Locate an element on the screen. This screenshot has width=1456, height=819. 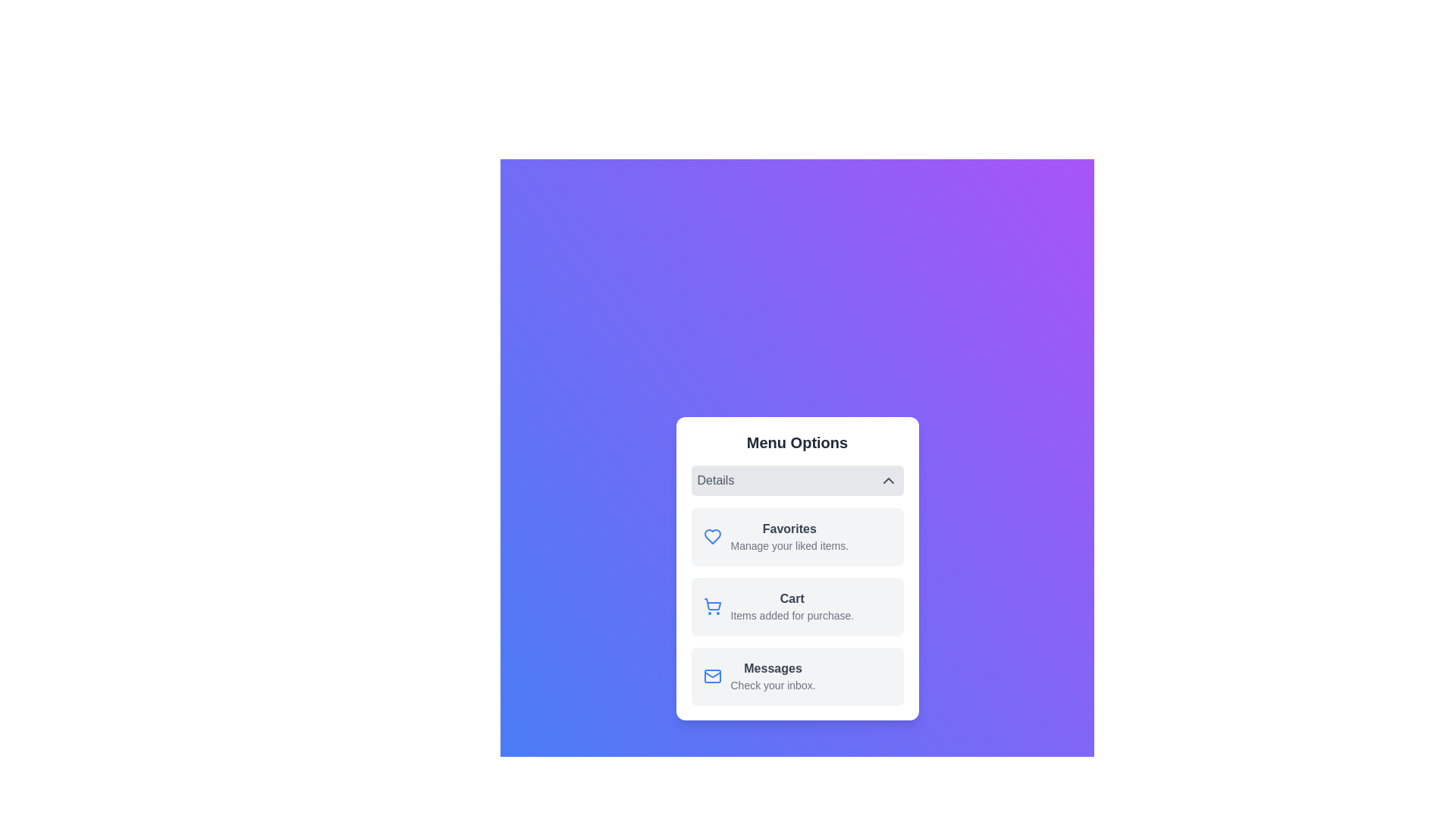
the menu item labeled Messages is located at coordinates (796, 675).